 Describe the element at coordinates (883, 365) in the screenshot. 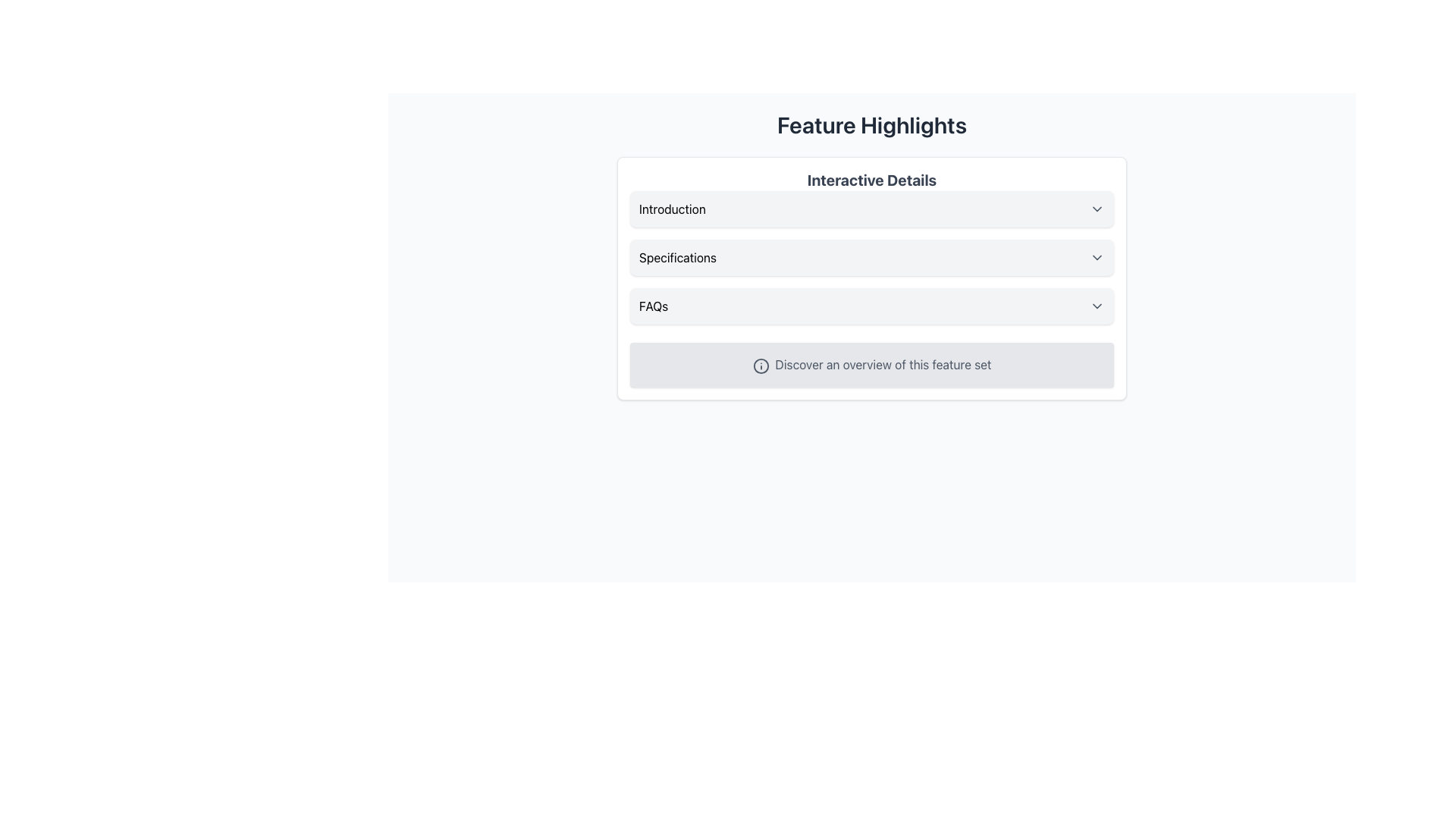

I see `text label displaying 'Discover an overview of this feature set' located at the bottom of the 'Interactive Details' section, next to an icon on the left` at that location.